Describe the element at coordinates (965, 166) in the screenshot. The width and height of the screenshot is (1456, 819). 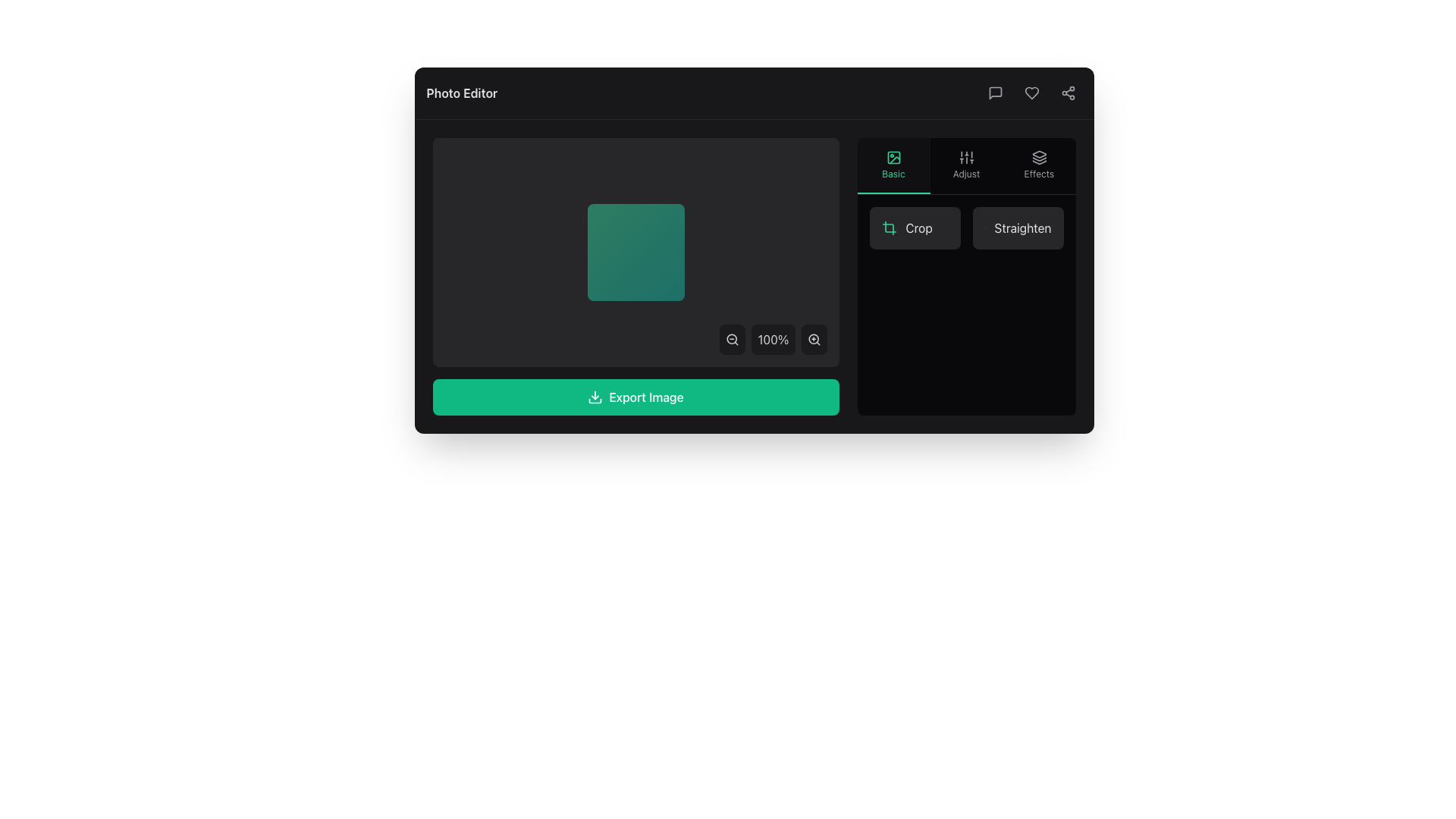
I see `the 'Adjust' button in the navigation bar` at that location.